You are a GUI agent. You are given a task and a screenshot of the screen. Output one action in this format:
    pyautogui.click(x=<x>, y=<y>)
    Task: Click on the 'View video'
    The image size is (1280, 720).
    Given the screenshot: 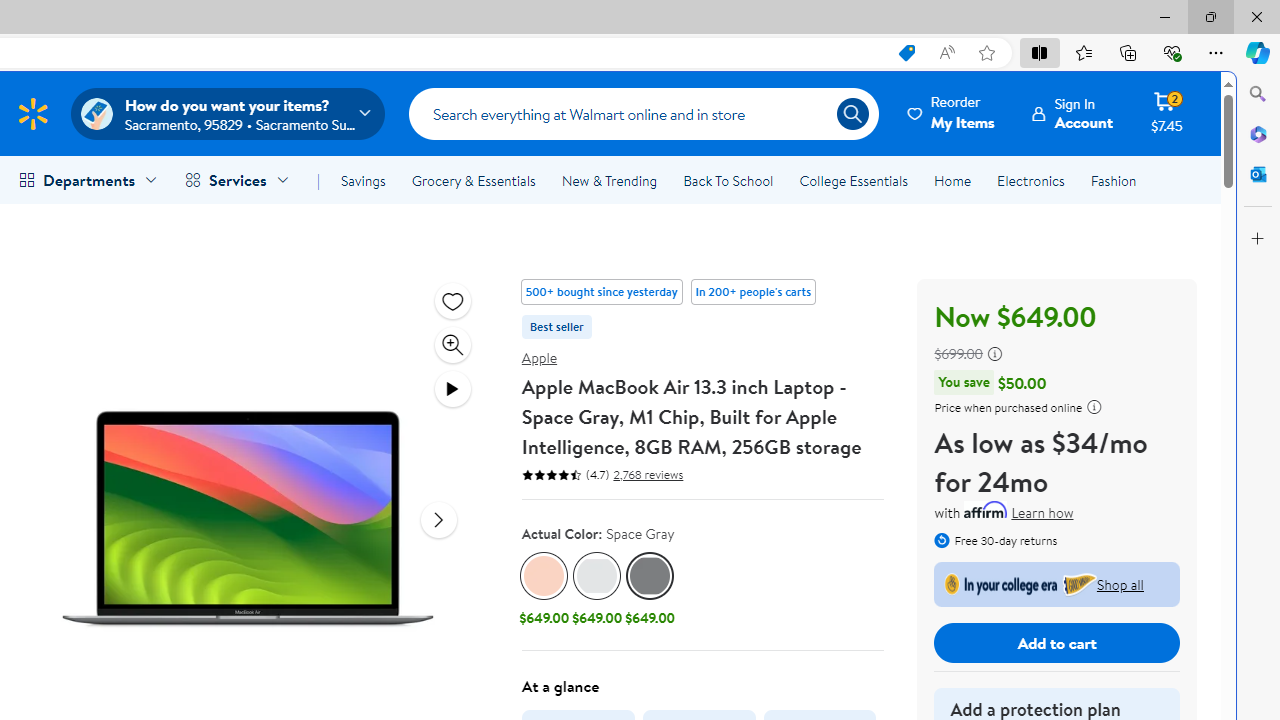 What is the action you would take?
    pyautogui.click(x=451, y=388)
    